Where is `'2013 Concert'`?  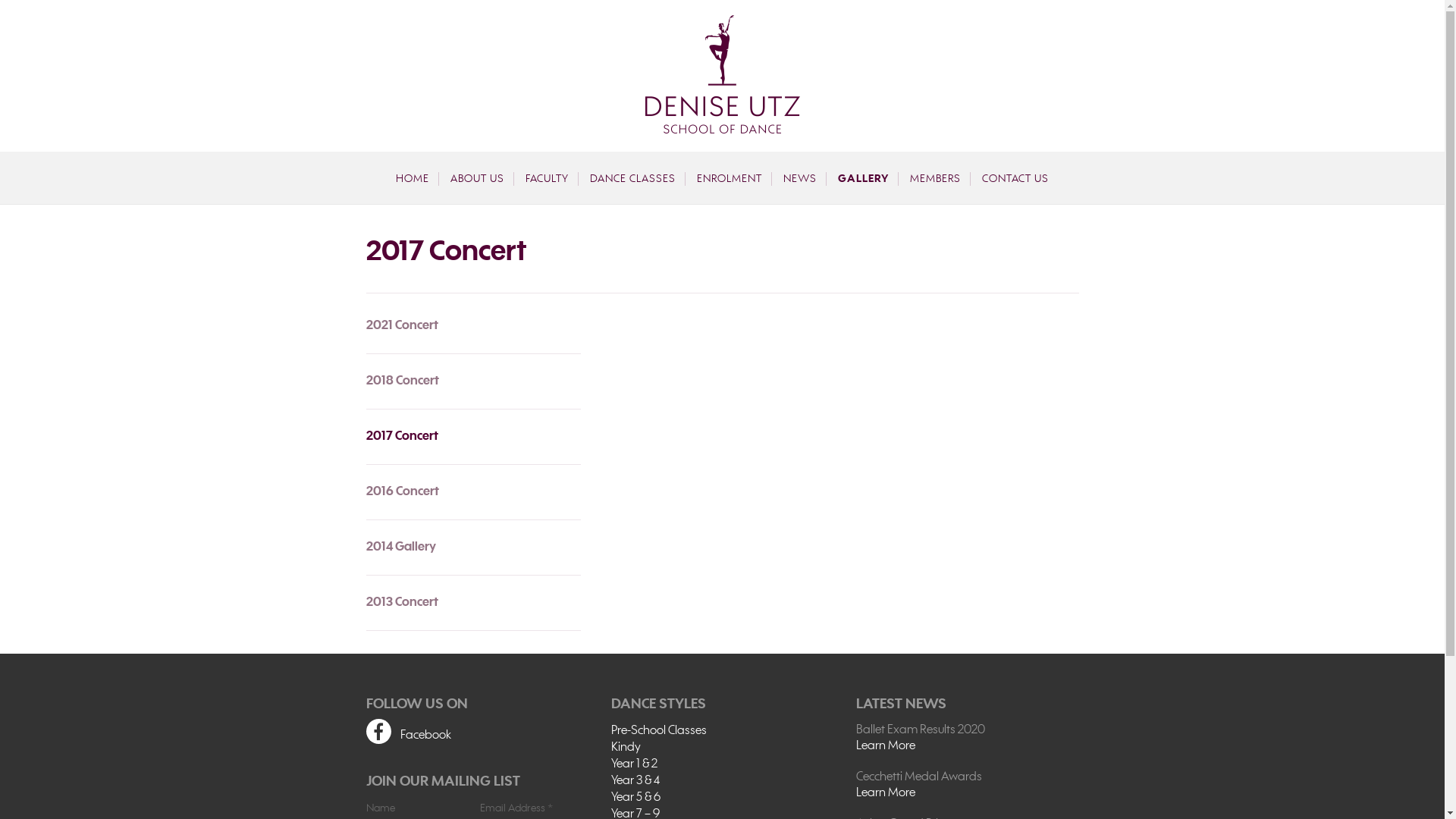 '2013 Concert' is located at coordinates (472, 601).